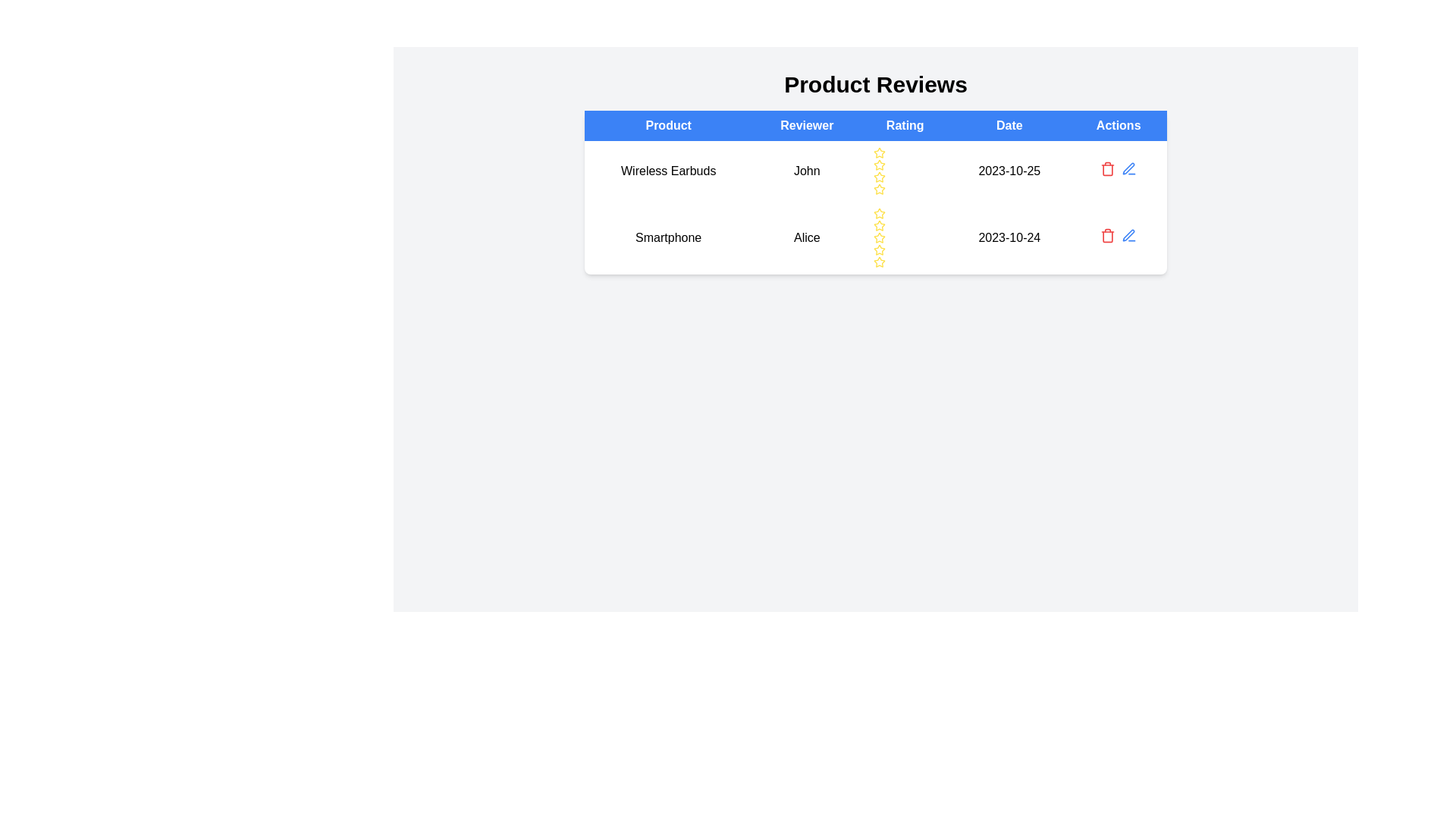 The image size is (1456, 819). Describe the element at coordinates (880, 249) in the screenshot. I see `the yellow star icon with a hollow center in the Rating column, second row under the Smartphone product entry to trigger a tooltip` at that location.